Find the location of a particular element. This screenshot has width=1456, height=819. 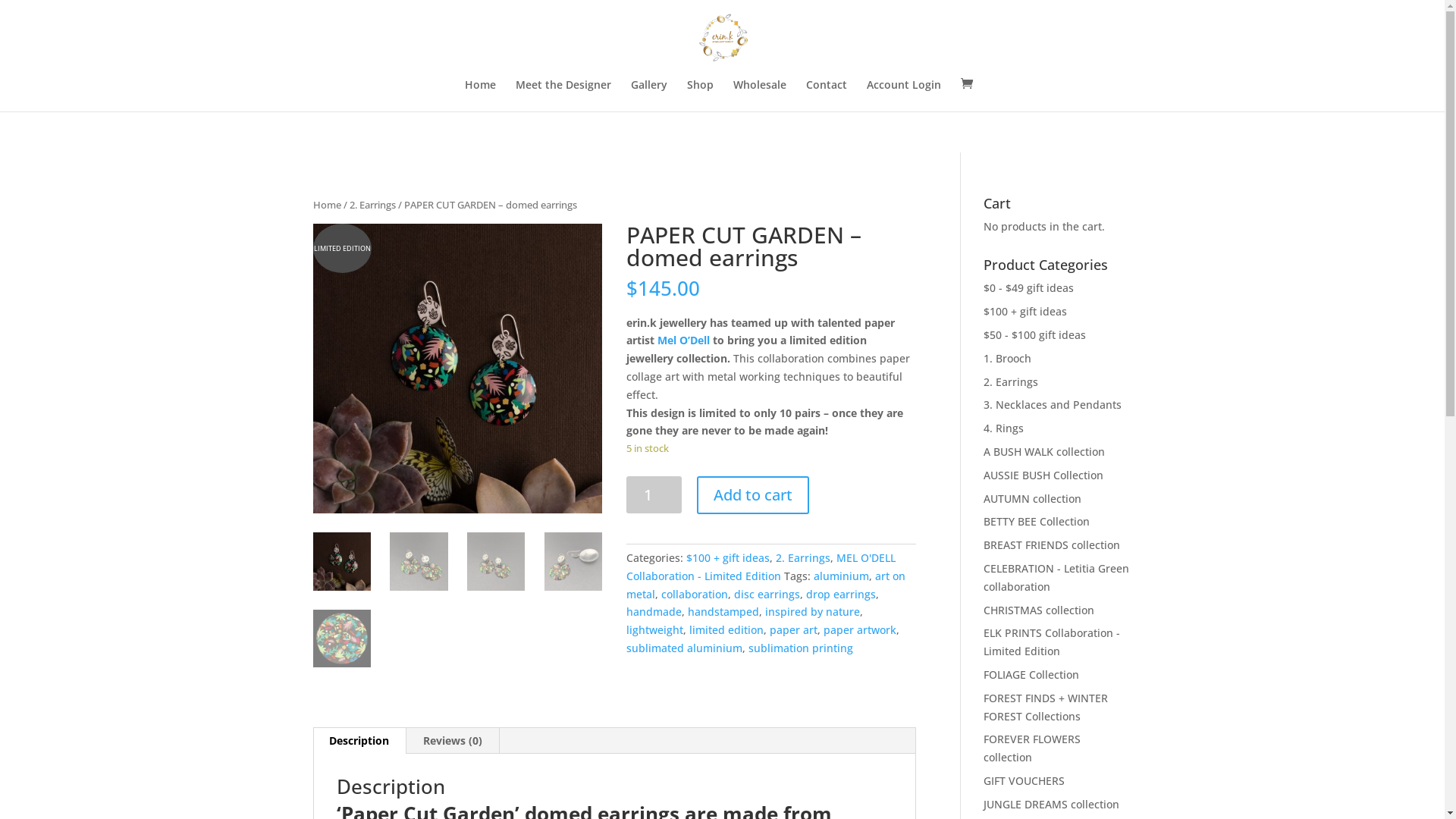

'JUNGLE DREAMS collection' is located at coordinates (1050, 803).